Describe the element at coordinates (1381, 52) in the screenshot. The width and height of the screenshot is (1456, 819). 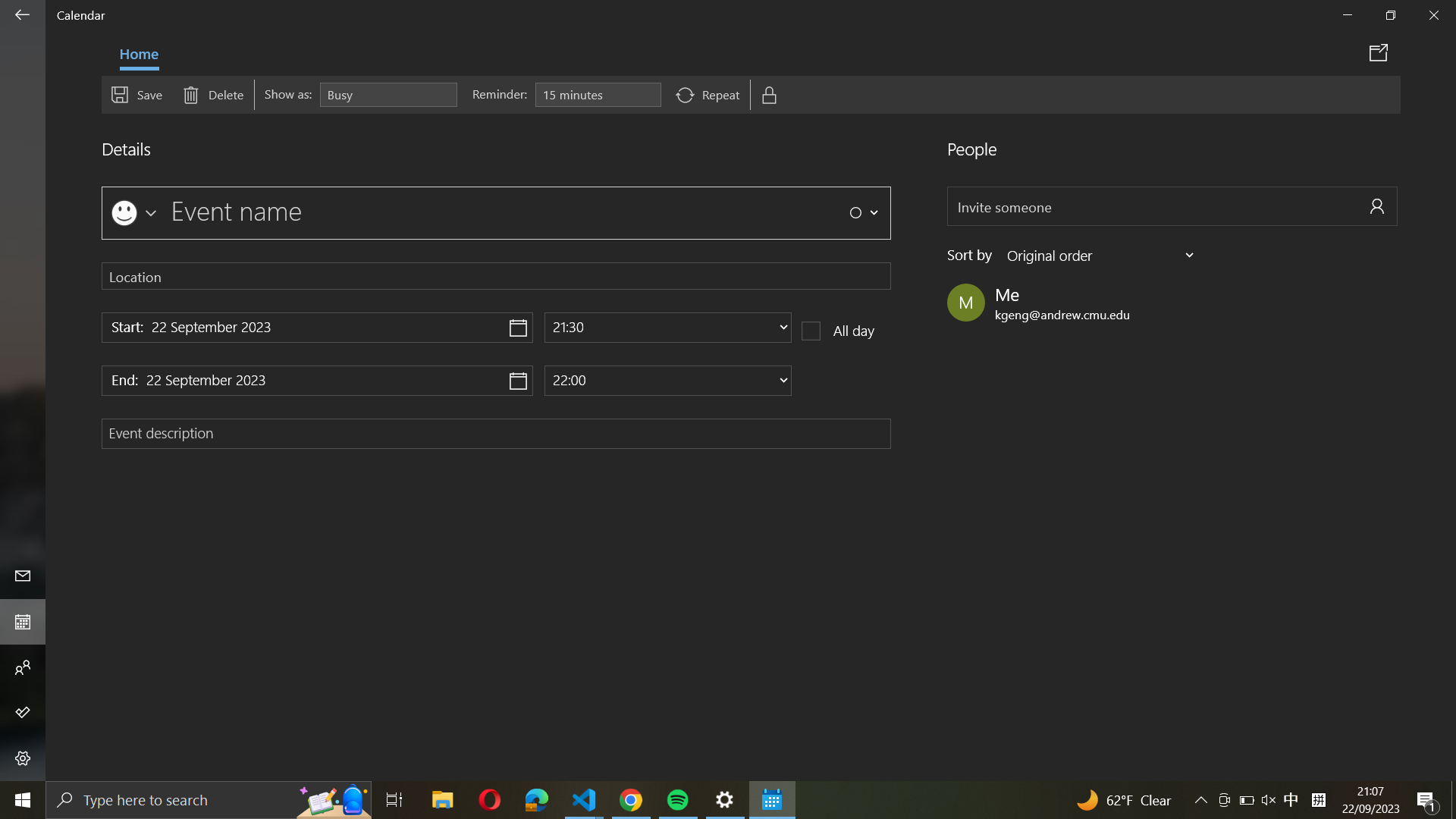
I see `Provide event information via email system` at that location.